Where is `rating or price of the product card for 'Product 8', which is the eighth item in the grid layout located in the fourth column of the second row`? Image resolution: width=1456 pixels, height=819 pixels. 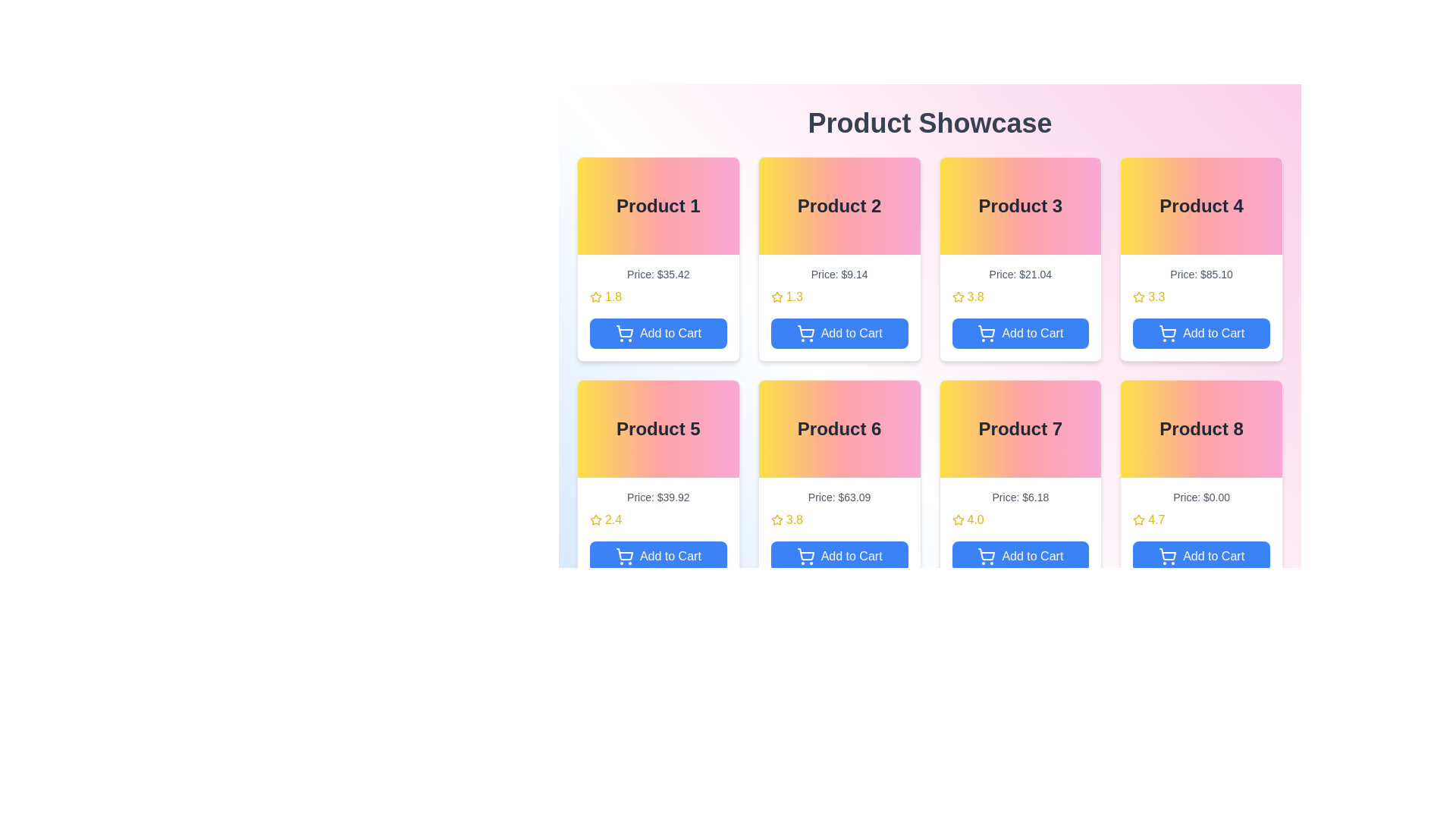
rating or price of the product card for 'Product 8', which is the eighth item in the grid layout located in the fourth column of the second row is located at coordinates (1200, 482).